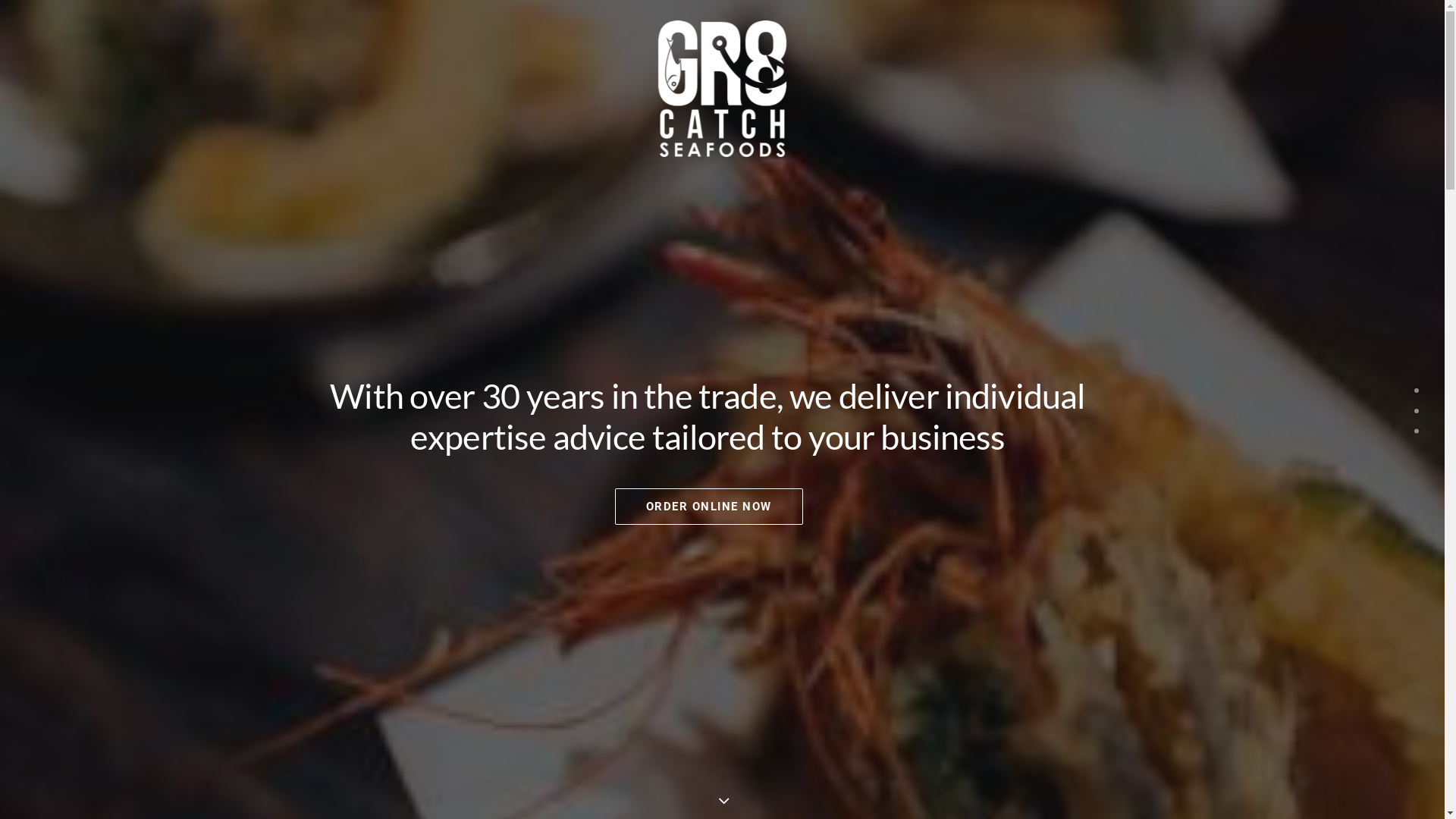  Describe the element at coordinates (708, 506) in the screenshot. I see `'ORDER ONLINE NOW'` at that location.